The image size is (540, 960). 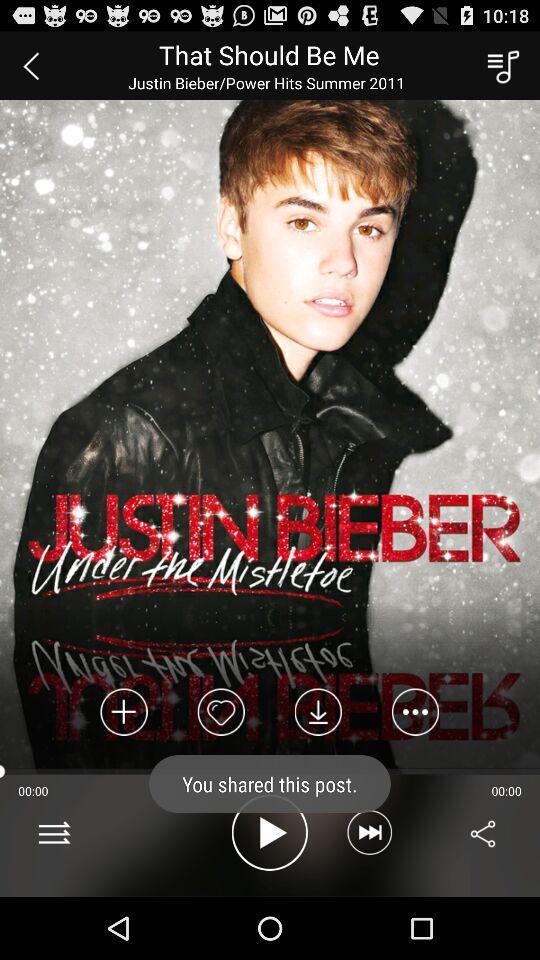 What do you see at coordinates (220, 761) in the screenshot?
I see `the favorite icon` at bounding box center [220, 761].